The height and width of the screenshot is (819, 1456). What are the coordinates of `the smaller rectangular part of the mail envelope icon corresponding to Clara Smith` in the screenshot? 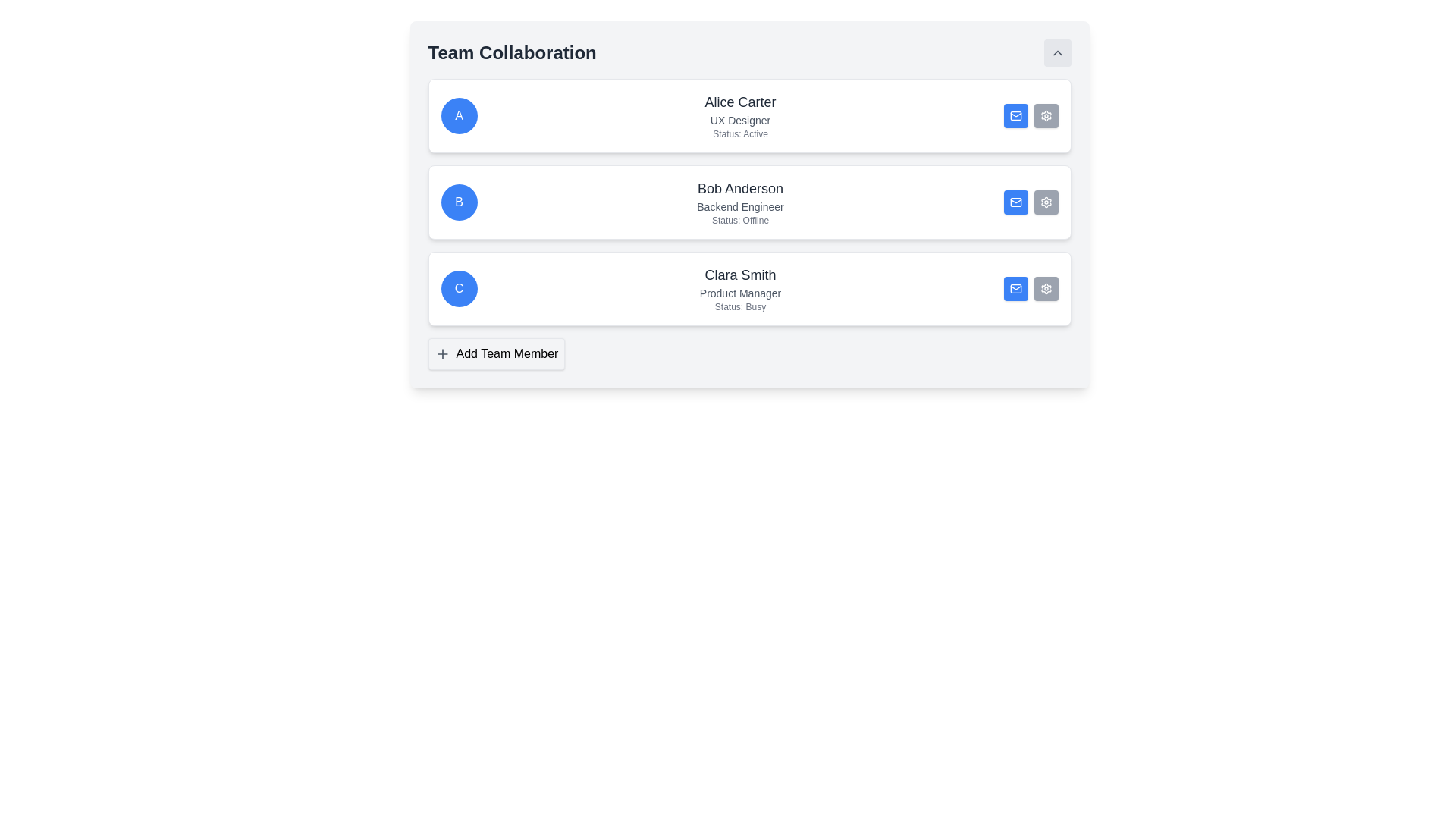 It's located at (1015, 289).